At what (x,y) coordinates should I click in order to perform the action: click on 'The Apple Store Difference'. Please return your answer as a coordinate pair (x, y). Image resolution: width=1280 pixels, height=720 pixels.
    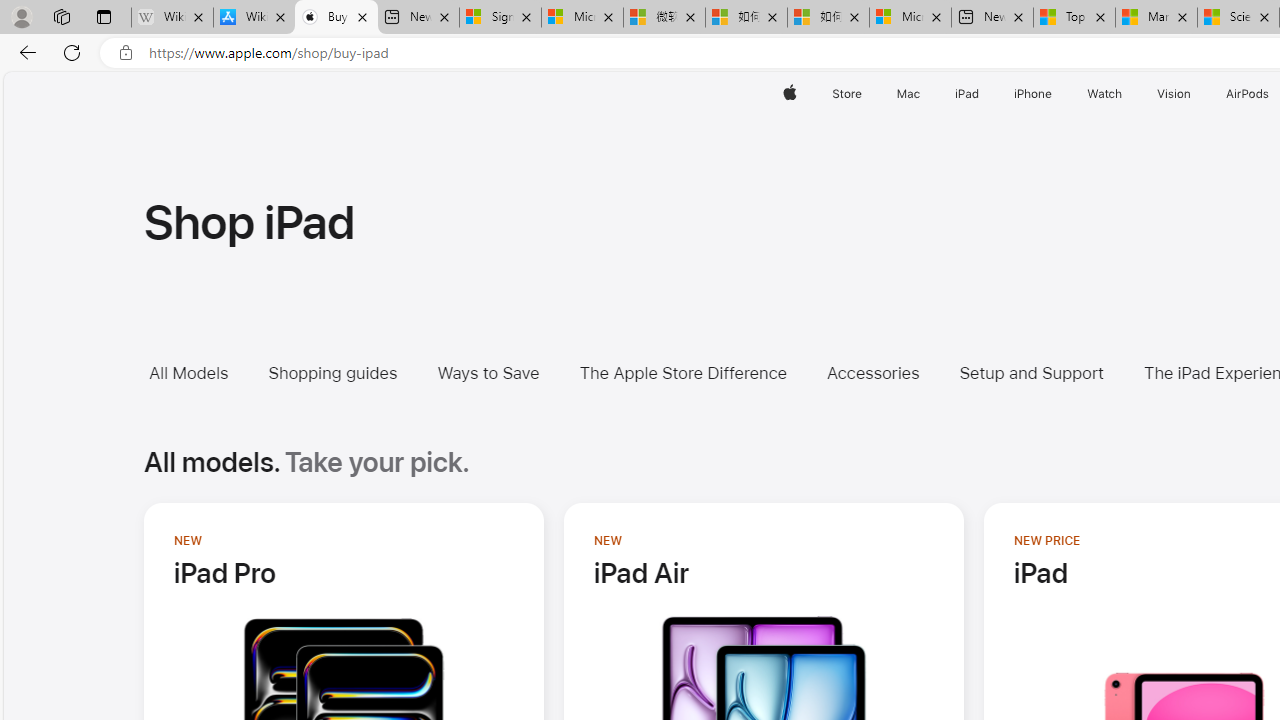
    Looking at the image, I should click on (682, 373).